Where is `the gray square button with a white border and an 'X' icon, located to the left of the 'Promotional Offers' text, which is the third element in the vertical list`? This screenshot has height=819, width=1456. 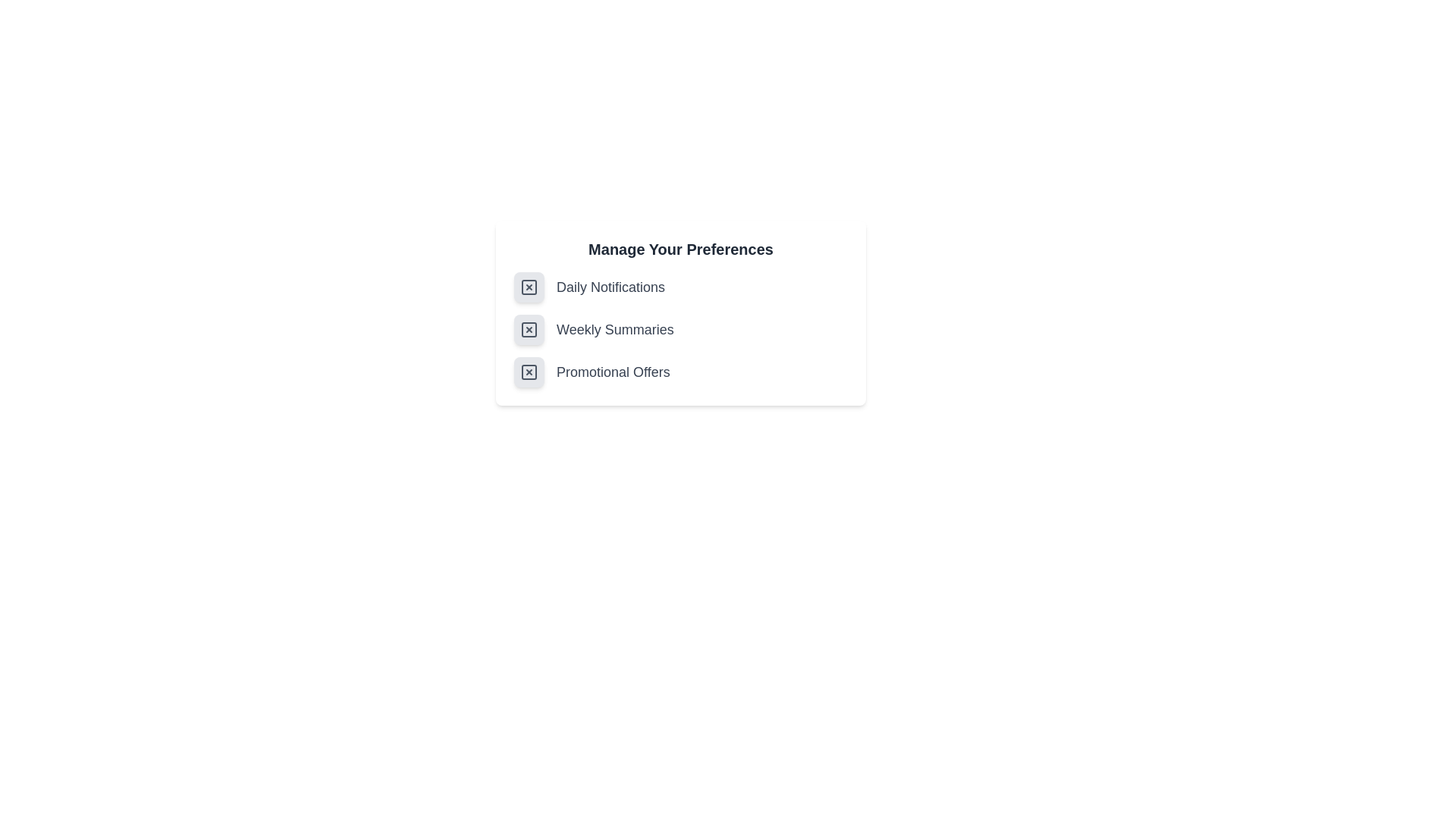
the gray square button with a white border and an 'X' icon, located to the left of the 'Promotional Offers' text, which is the third element in the vertical list is located at coordinates (529, 372).